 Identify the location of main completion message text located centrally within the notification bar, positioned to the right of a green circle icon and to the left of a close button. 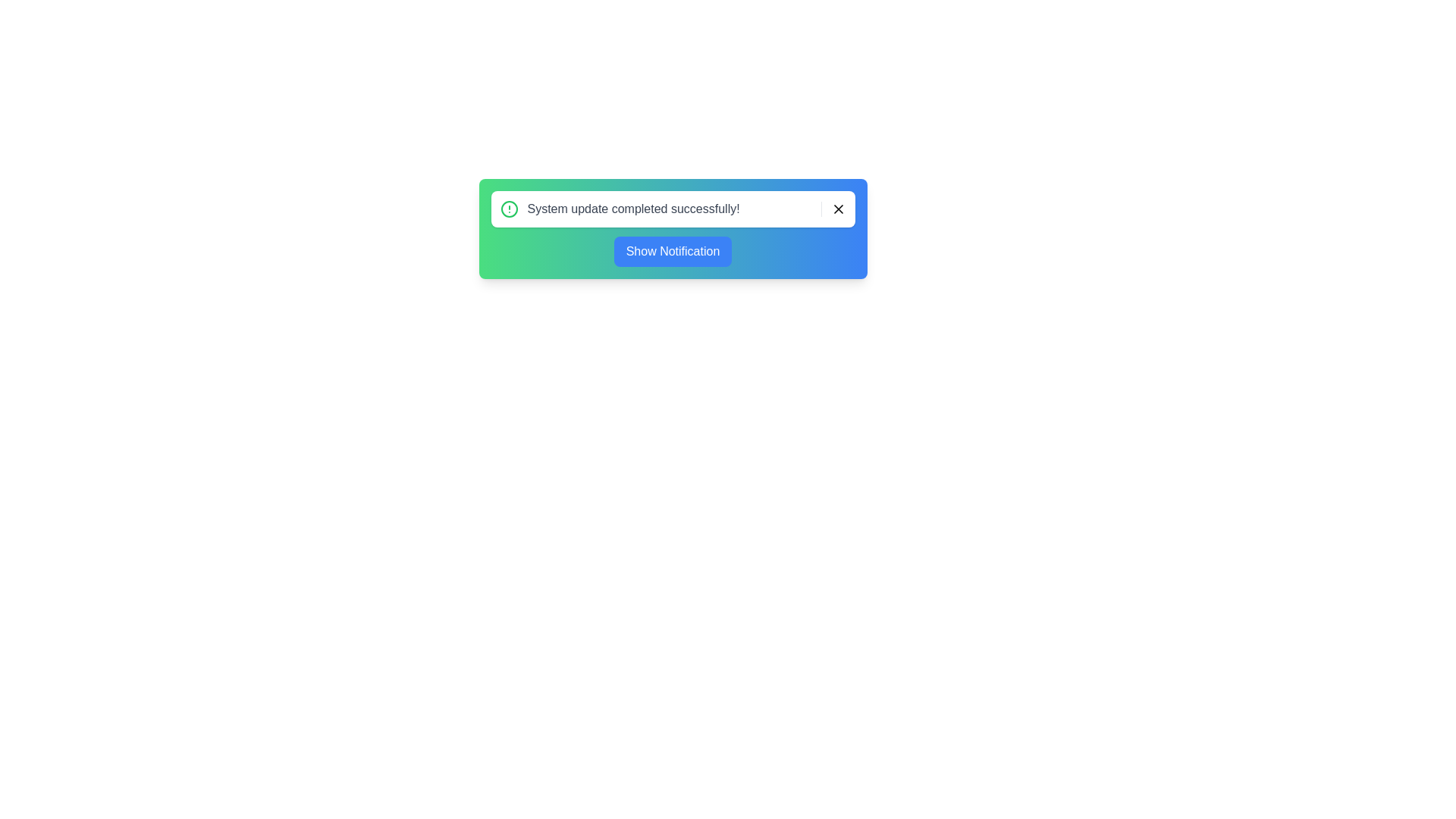
(633, 209).